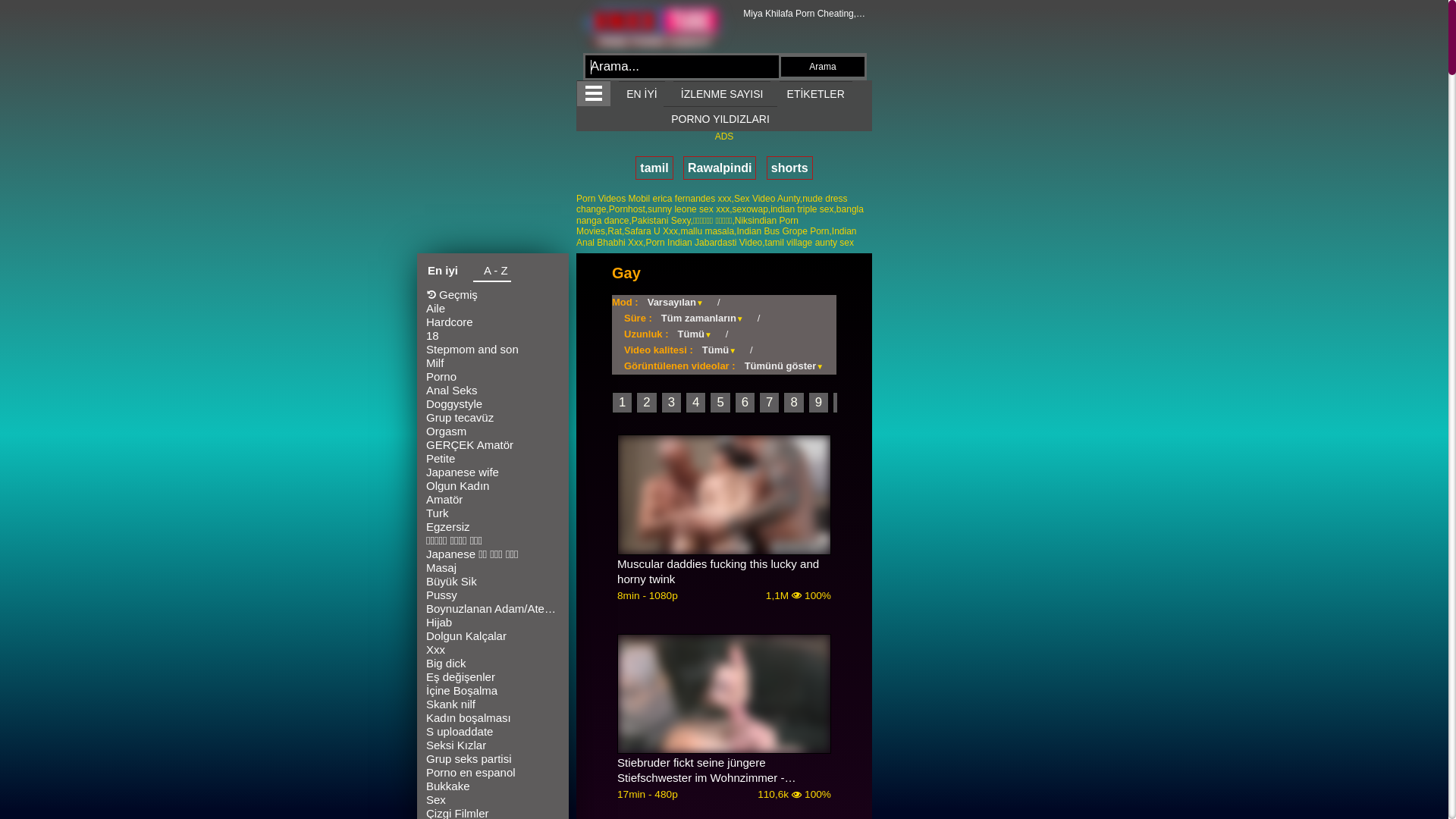 The image size is (1456, 819). What do you see at coordinates (792, 402) in the screenshot?
I see `'8'` at bounding box center [792, 402].